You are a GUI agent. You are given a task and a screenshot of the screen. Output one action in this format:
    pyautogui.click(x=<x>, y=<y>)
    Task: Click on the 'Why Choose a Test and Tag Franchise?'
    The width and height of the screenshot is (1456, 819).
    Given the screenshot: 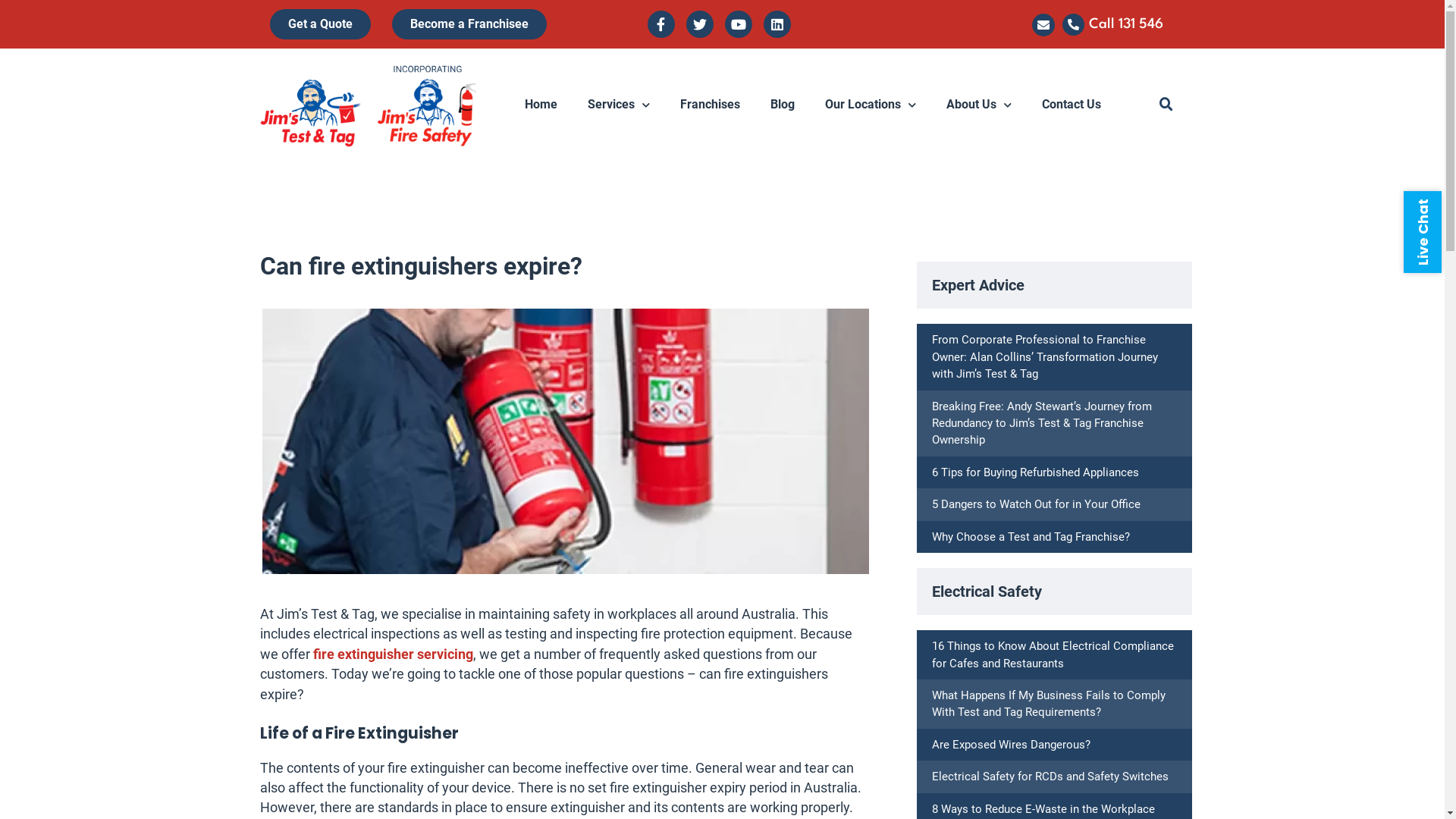 What is the action you would take?
    pyautogui.click(x=1031, y=536)
    